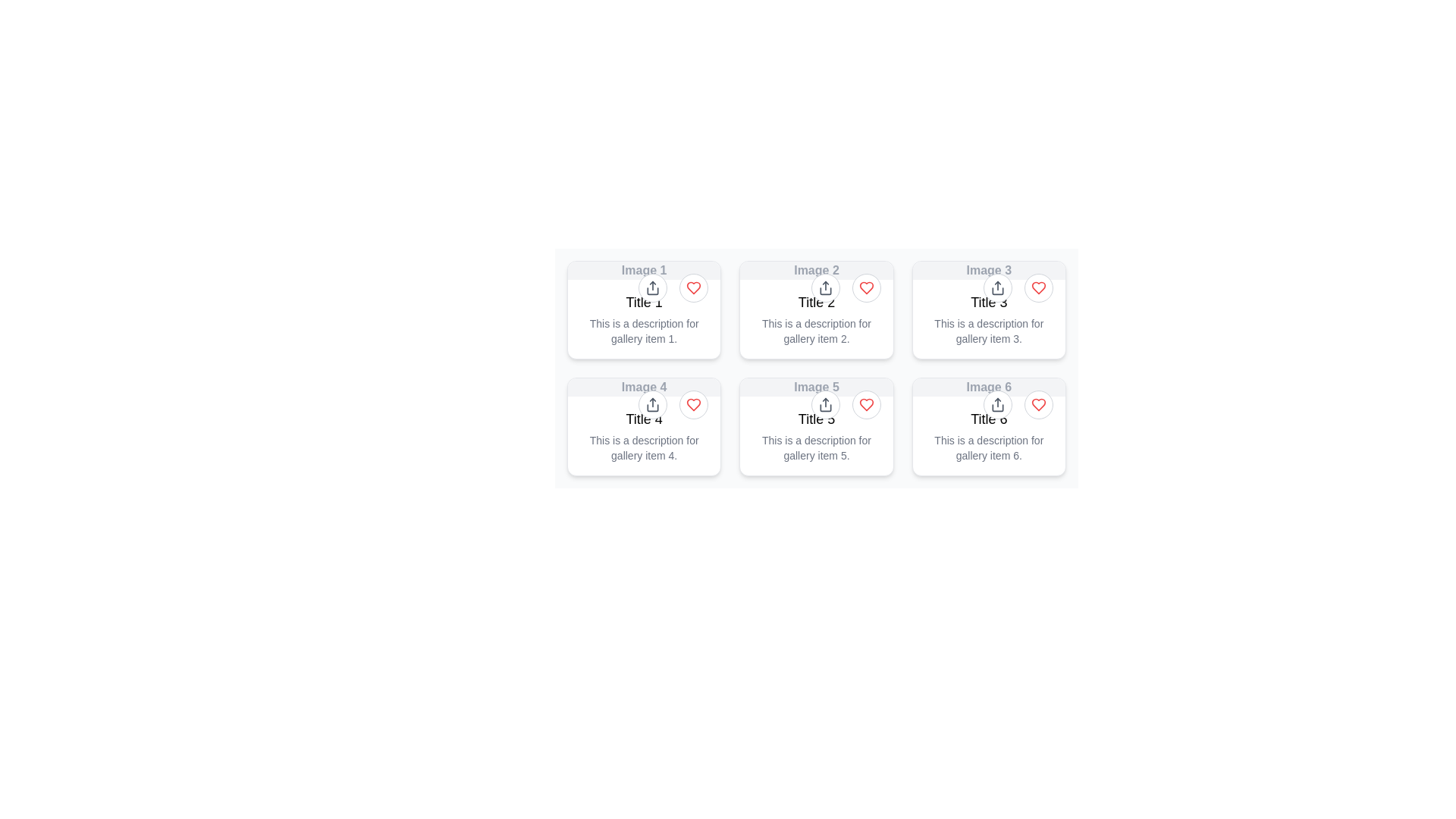 The width and height of the screenshot is (1456, 819). What do you see at coordinates (866, 288) in the screenshot?
I see `the like button located in the upper right corner of the card labeled 'Image 2 Title 2'` at bounding box center [866, 288].